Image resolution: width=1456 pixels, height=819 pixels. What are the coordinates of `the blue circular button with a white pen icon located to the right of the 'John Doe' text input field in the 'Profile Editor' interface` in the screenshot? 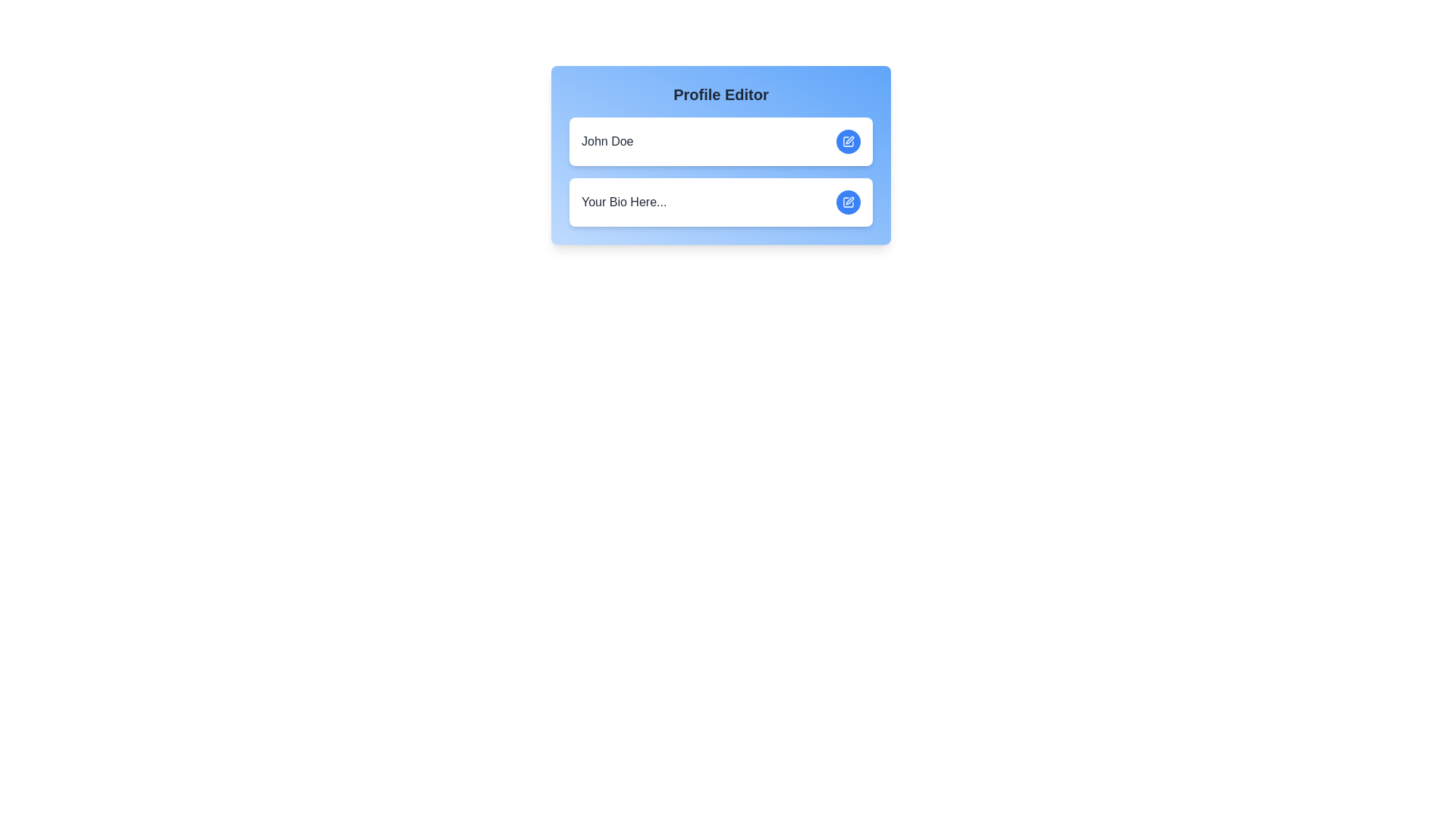 It's located at (847, 141).